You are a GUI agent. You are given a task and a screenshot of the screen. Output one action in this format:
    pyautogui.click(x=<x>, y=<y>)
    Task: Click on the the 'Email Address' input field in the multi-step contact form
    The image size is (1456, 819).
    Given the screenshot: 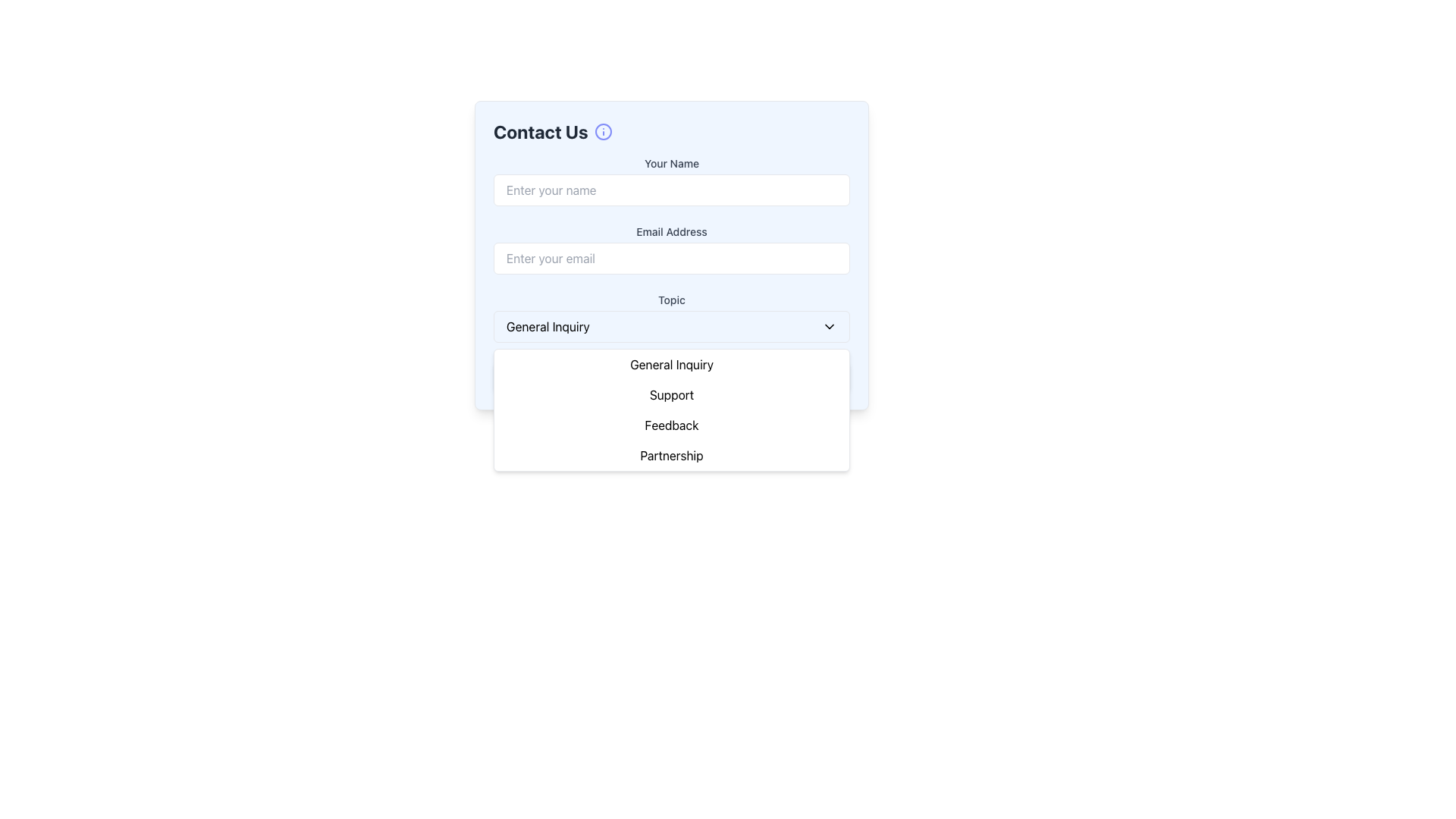 What is the action you would take?
    pyautogui.click(x=671, y=274)
    